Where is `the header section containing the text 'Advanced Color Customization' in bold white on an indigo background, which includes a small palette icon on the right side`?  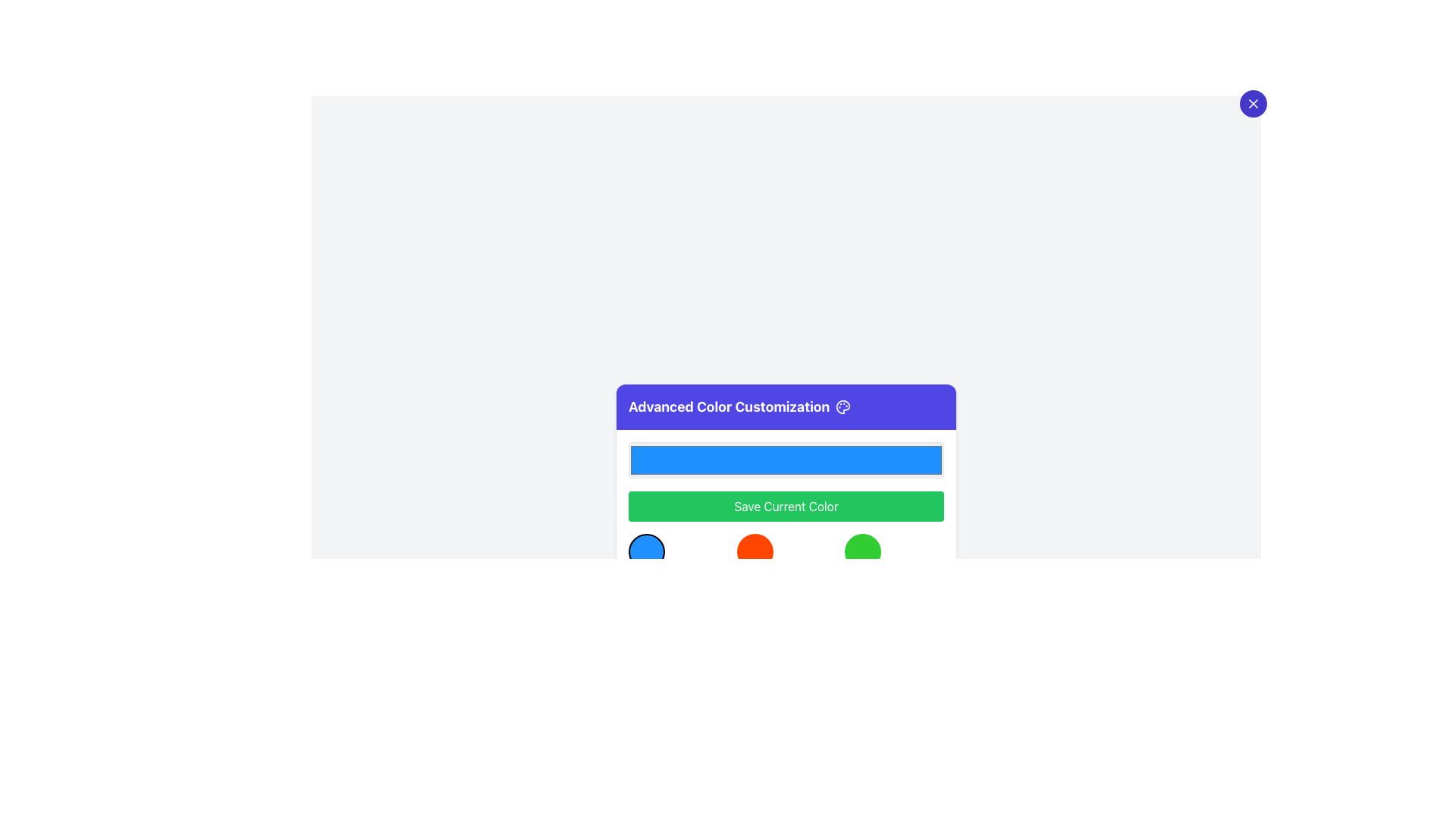
the header section containing the text 'Advanced Color Customization' in bold white on an indigo background, which includes a small palette icon on the right side is located at coordinates (786, 406).